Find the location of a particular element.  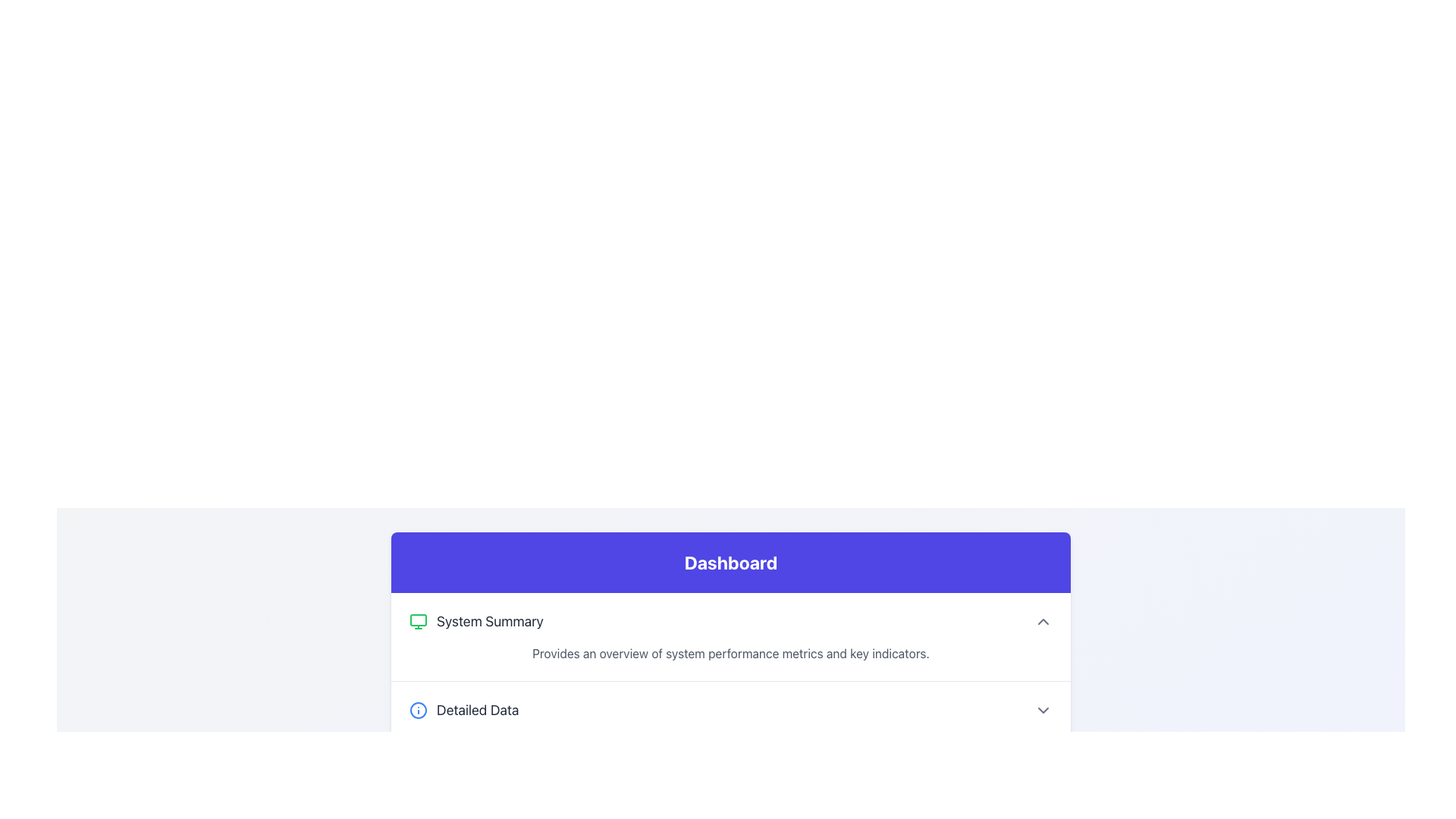

the small downward-pointing chevron icon with a thin outline located on the right side of the 'Detailed Data' row is located at coordinates (1043, 711).